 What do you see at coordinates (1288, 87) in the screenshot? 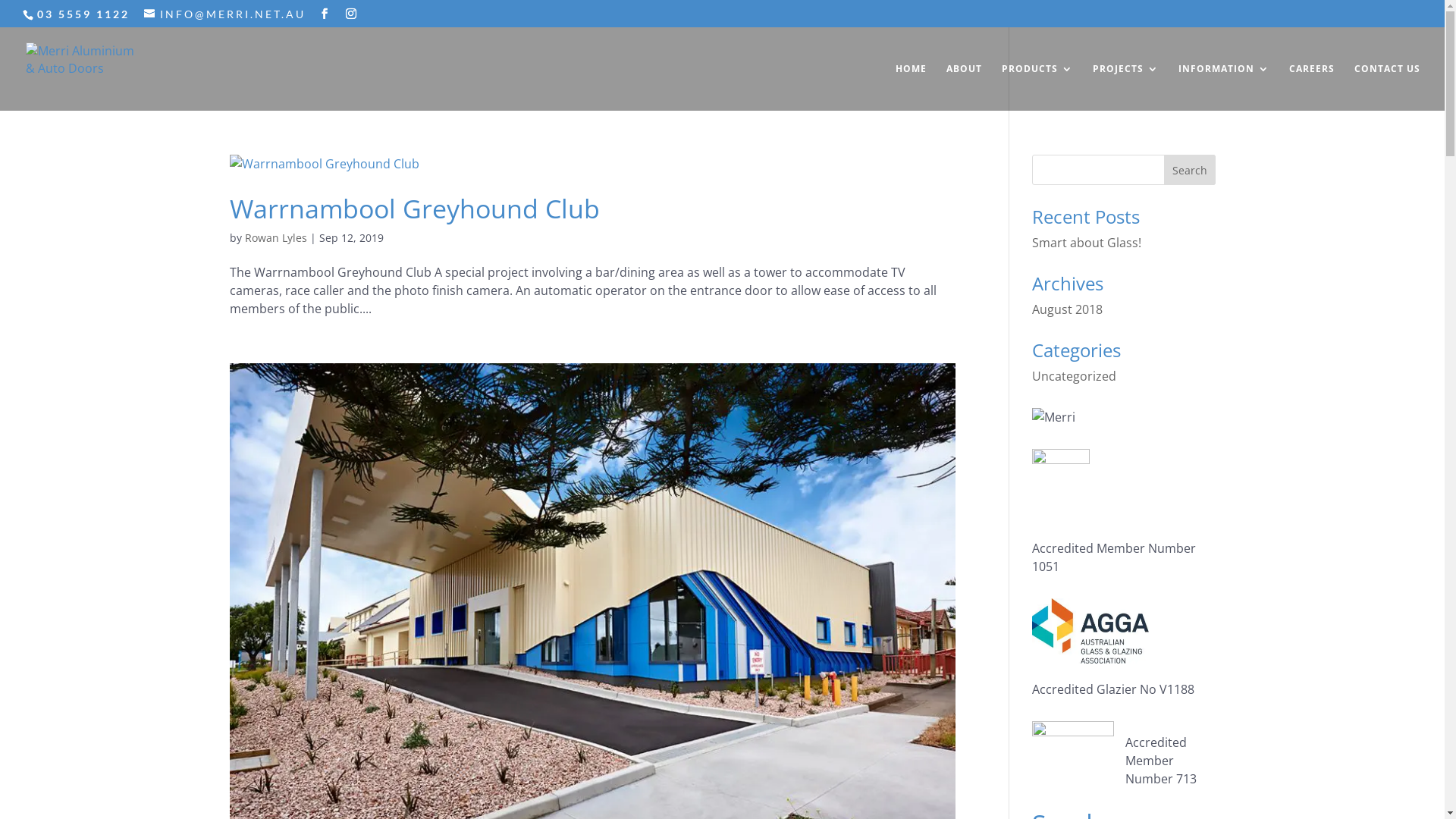
I see `'CAREERS'` at bounding box center [1288, 87].